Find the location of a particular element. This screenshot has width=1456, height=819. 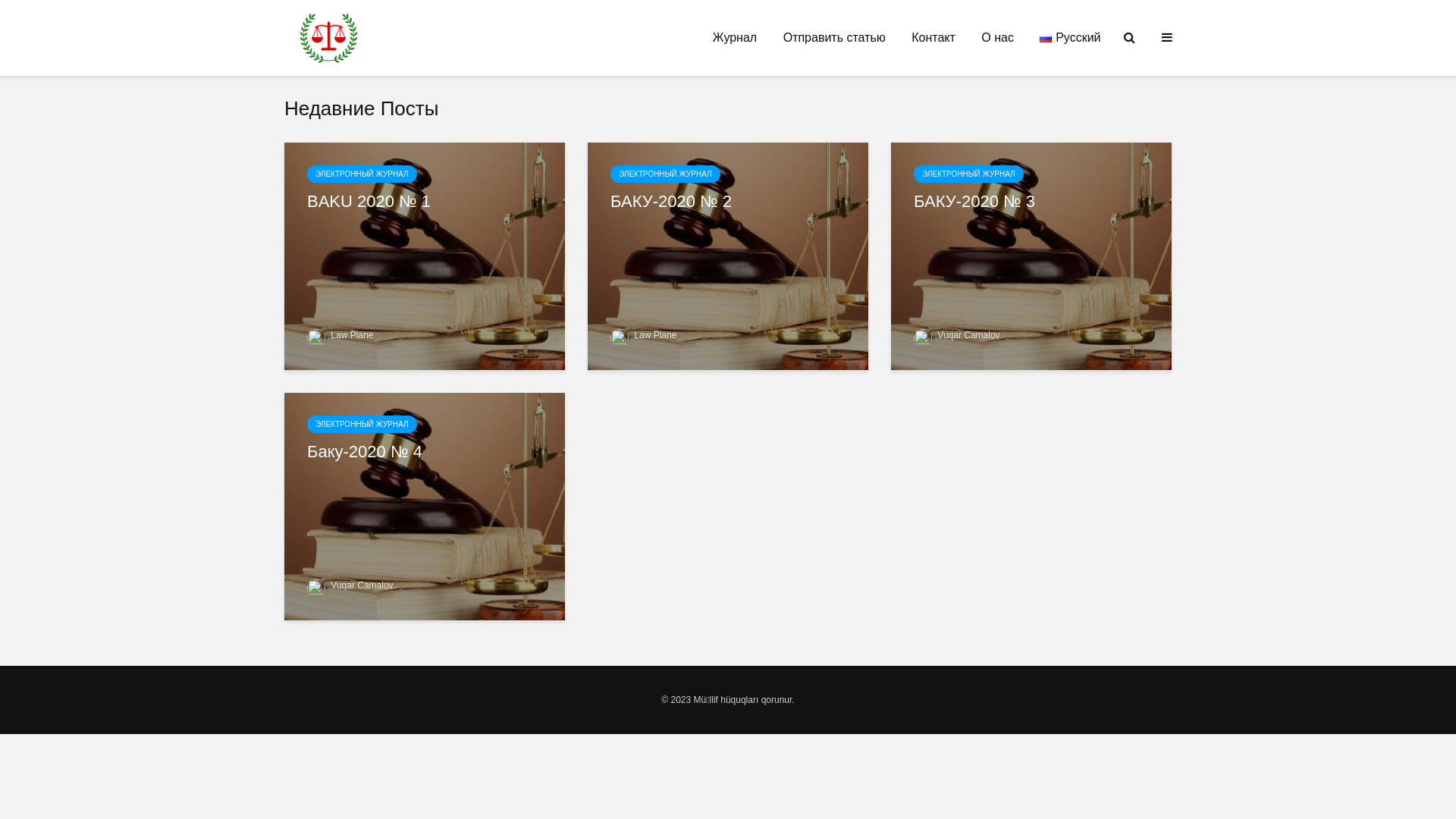

'Vuqar Camalov' is located at coordinates (349, 584).